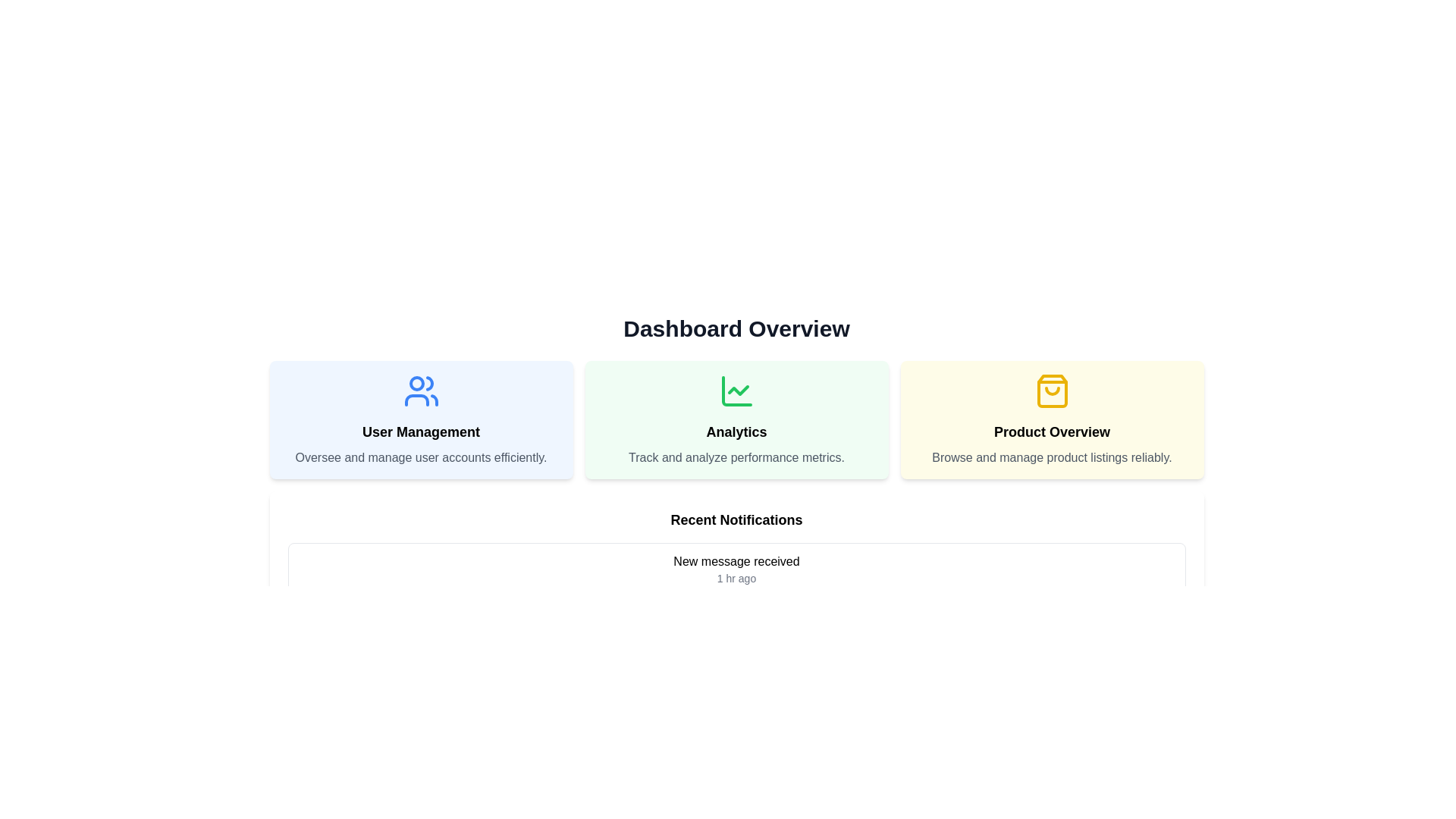 This screenshot has width=1456, height=819. Describe the element at coordinates (736, 328) in the screenshot. I see `text from the centered header labeled 'Dashboard Overview', which is prominently displayed in large, bold, dark gray serif font at the top of the dashboard section` at that location.